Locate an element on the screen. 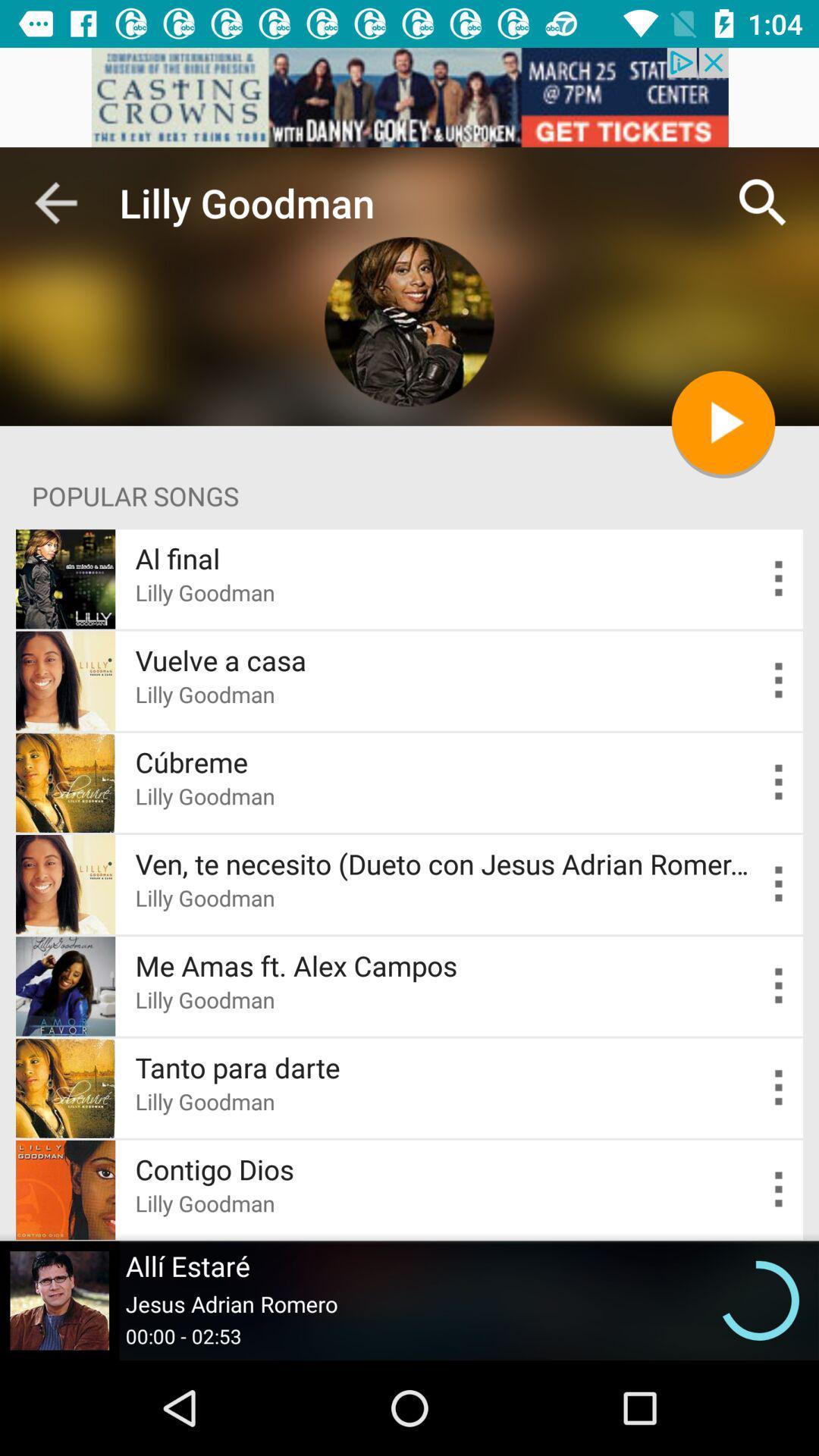 The image size is (819, 1456). the more icon is located at coordinates (779, 578).